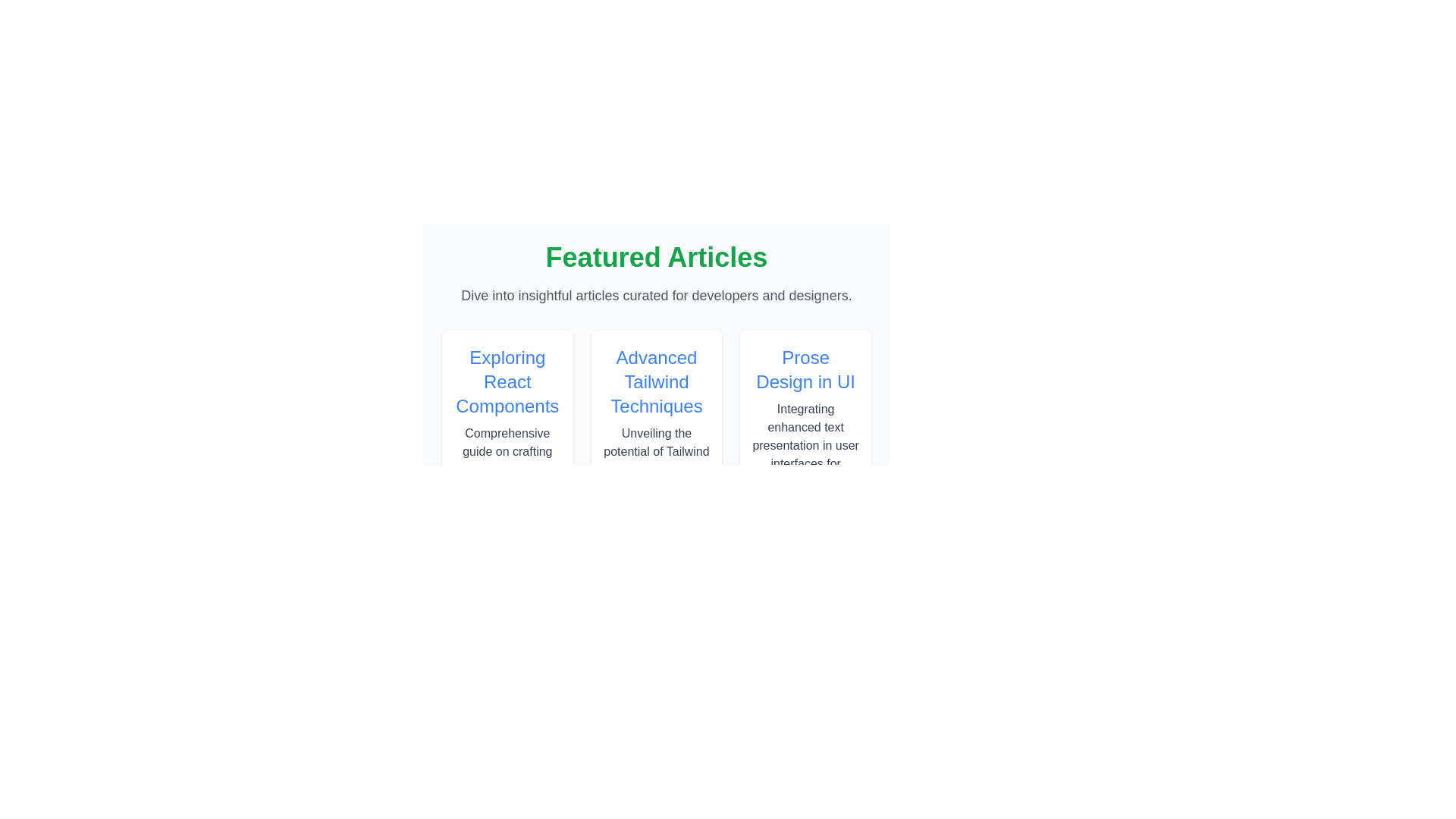 Image resolution: width=1456 pixels, height=819 pixels. Describe the element at coordinates (507, 381) in the screenshot. I see `the Text heading element located at the top of the first card in the 'Featured Articles' section` at that location.